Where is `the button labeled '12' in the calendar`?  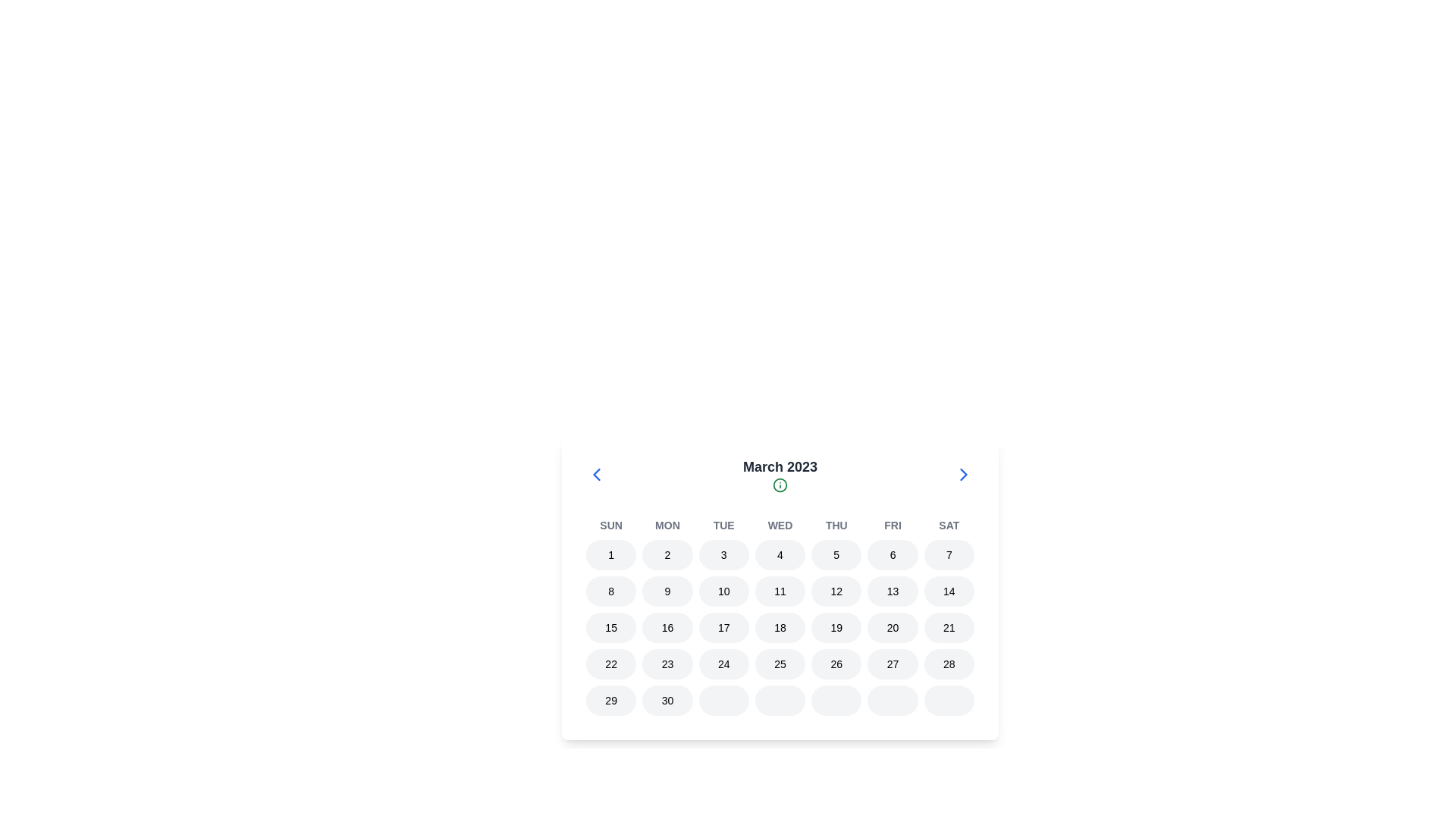 the button labeled '12' in the calendar is located at coordinates (836, 590).